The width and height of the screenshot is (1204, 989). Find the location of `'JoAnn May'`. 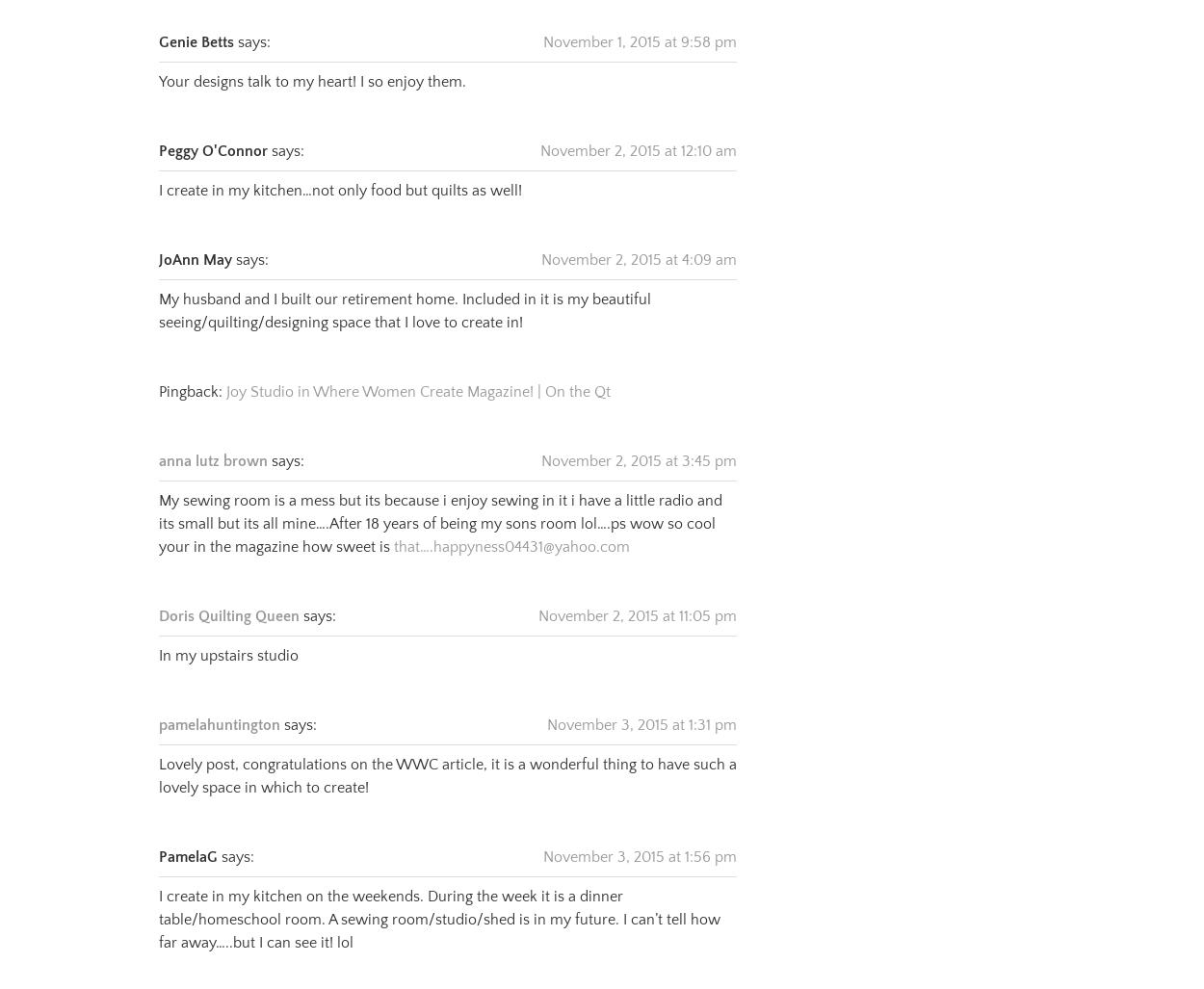

'JoAnn May' is located at coordinates (195, 236).